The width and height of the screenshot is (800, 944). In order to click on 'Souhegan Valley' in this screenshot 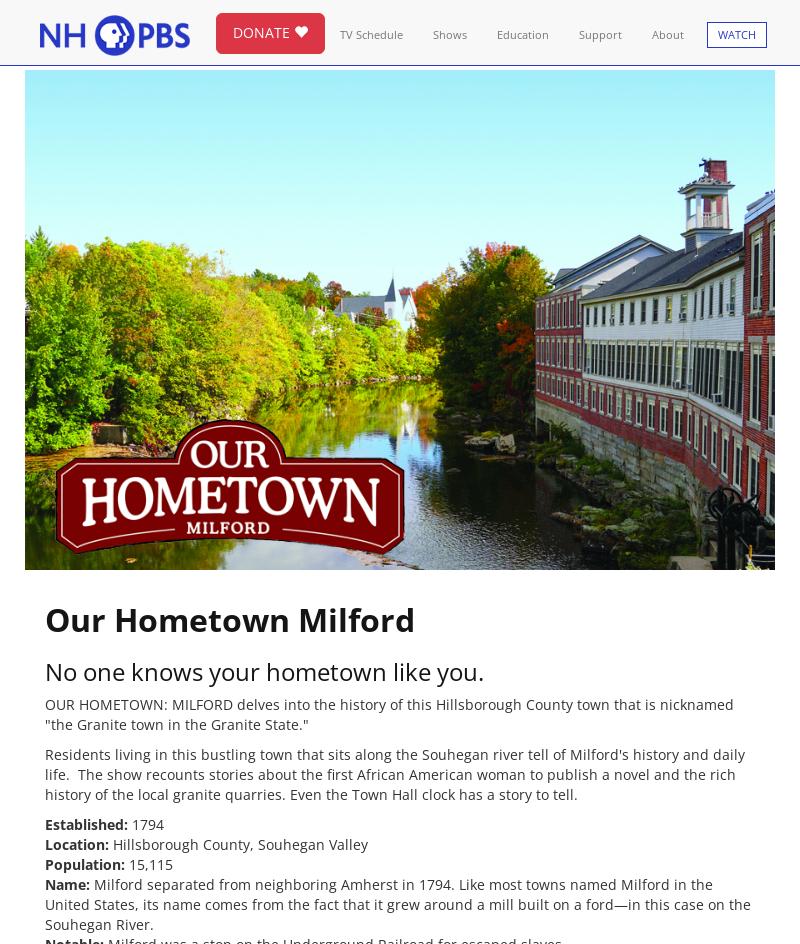, I will do `click(311, 843)`.